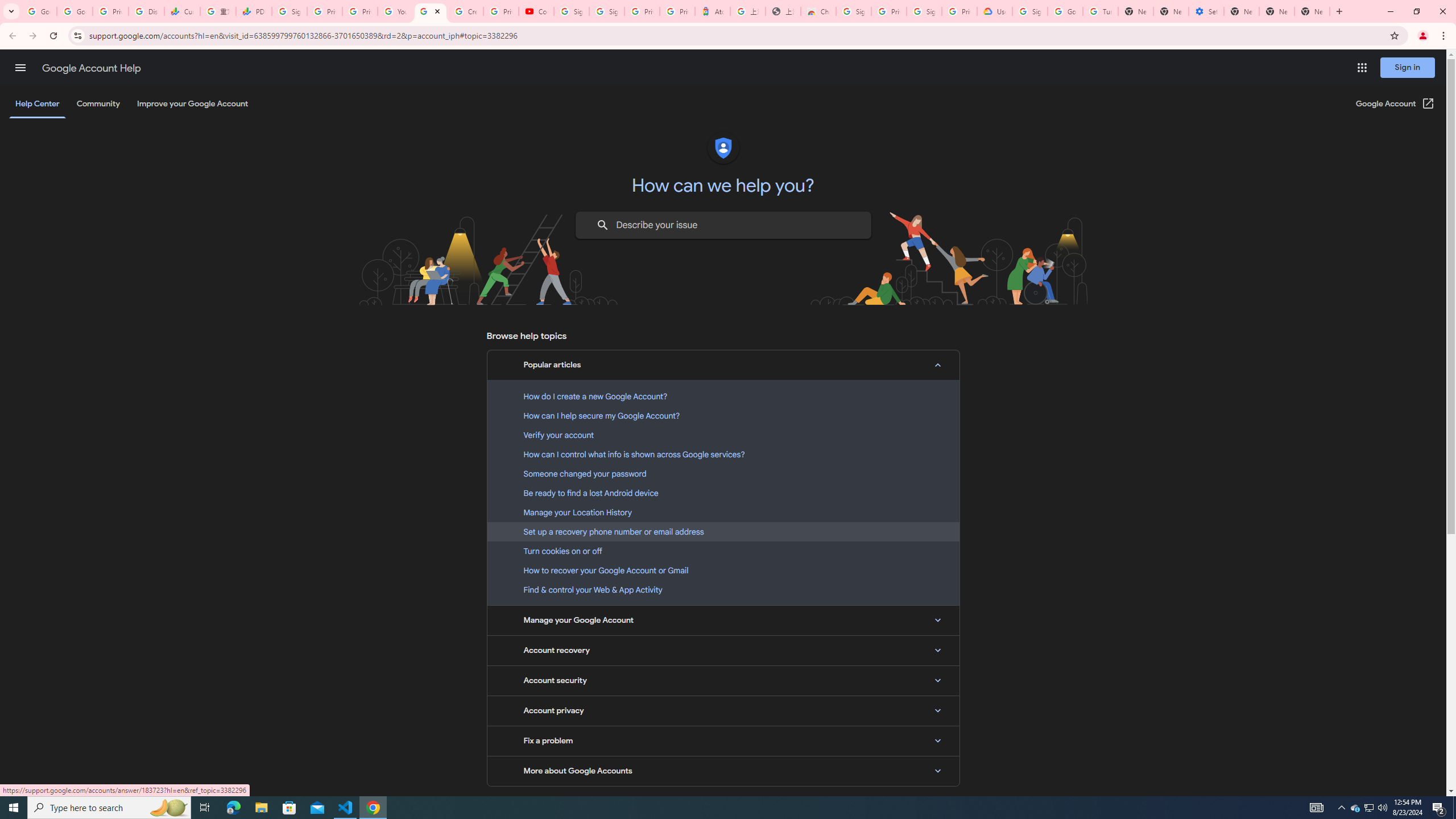 The width and height of the screenshot is (1456, 819). What do you see at coordinates (723, 570) in the screenshot?
I see `'How to recover your Google Account or Gmail'` at bounding box center [723, 570].